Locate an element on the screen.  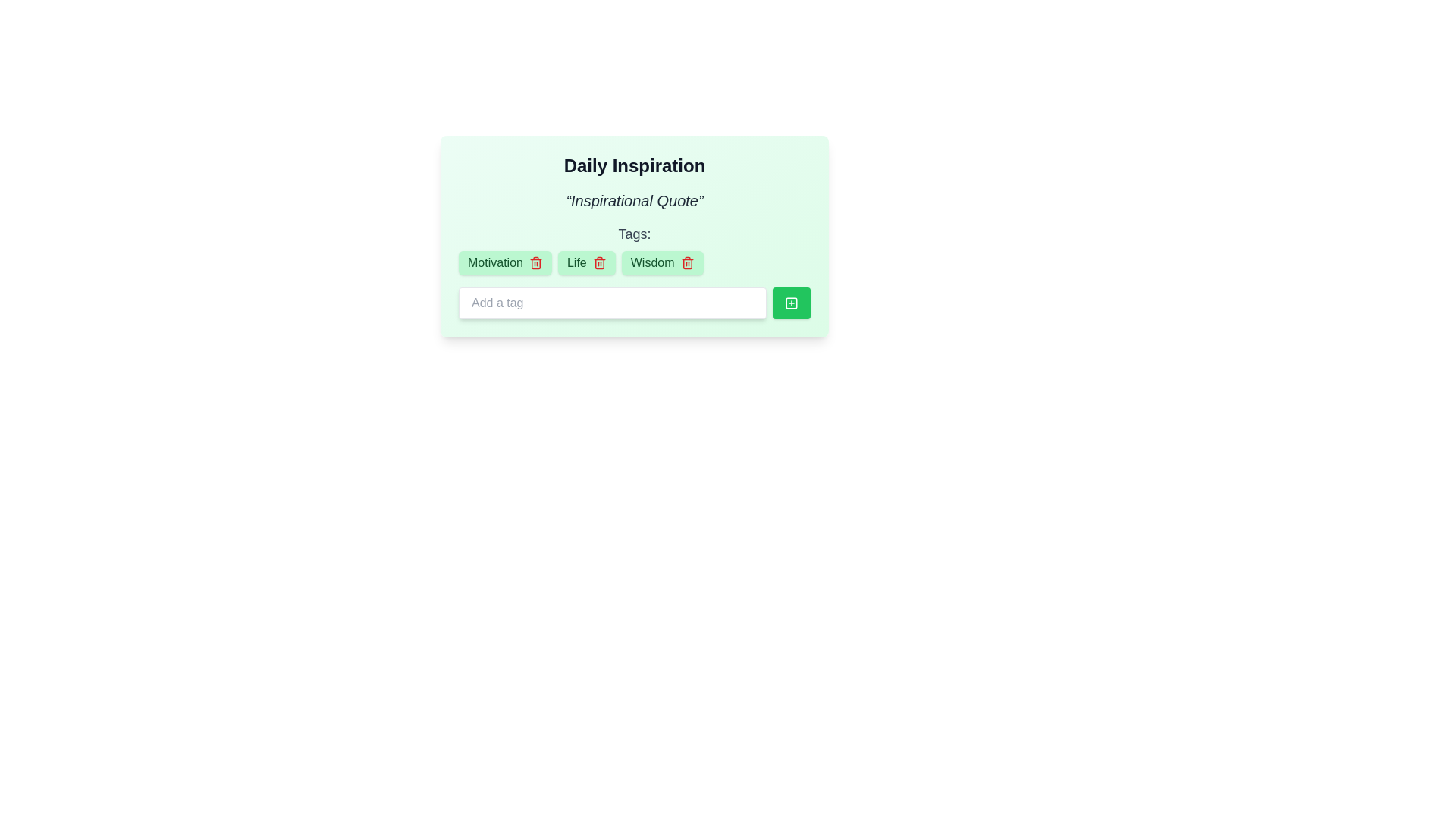
the SVG icon within the button located at the far right of the 'Tags' section is located at coordinates (790, 303).